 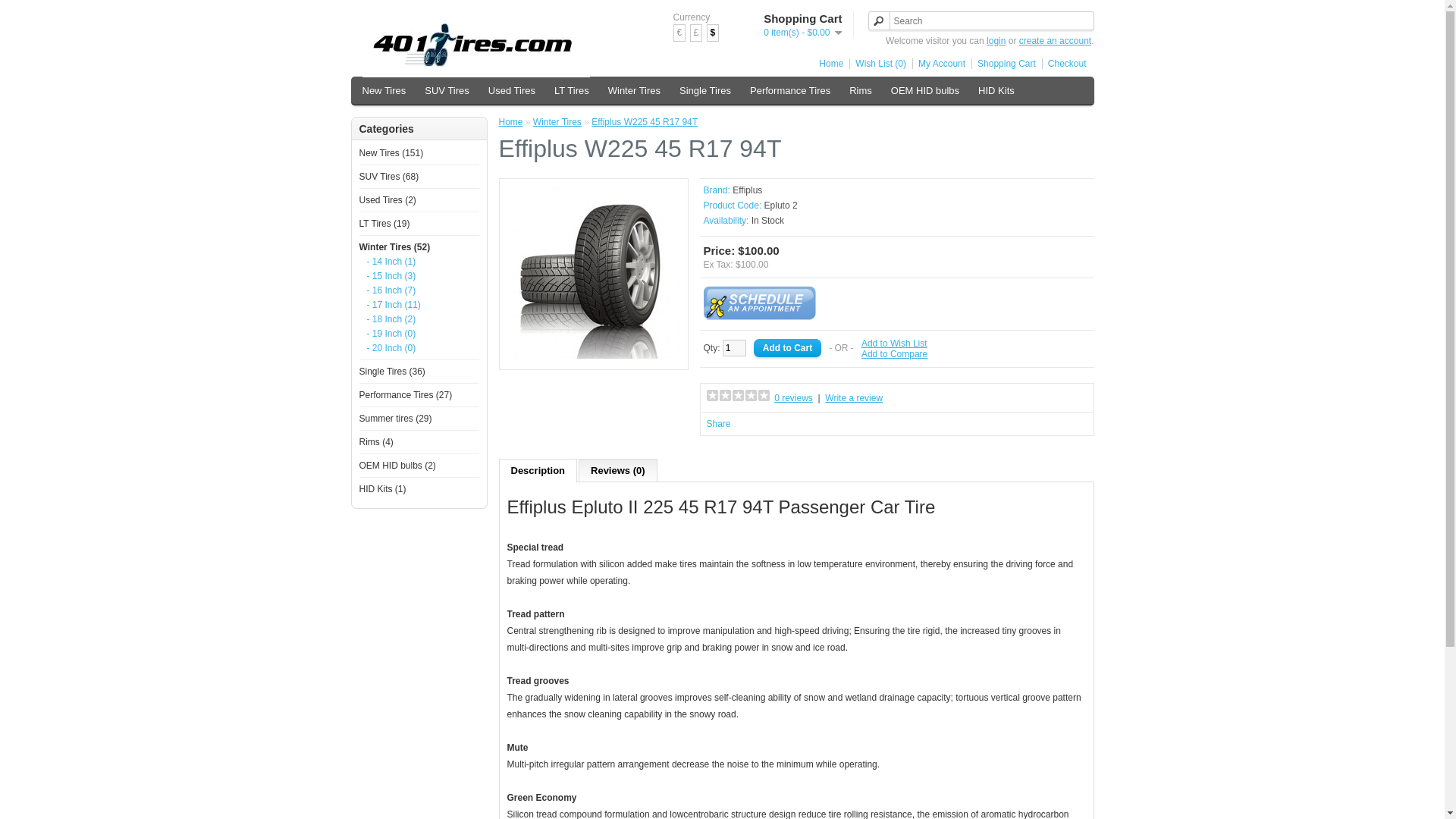 I want to click on 'SUV Tires (68)', so click(x=389, y=175).